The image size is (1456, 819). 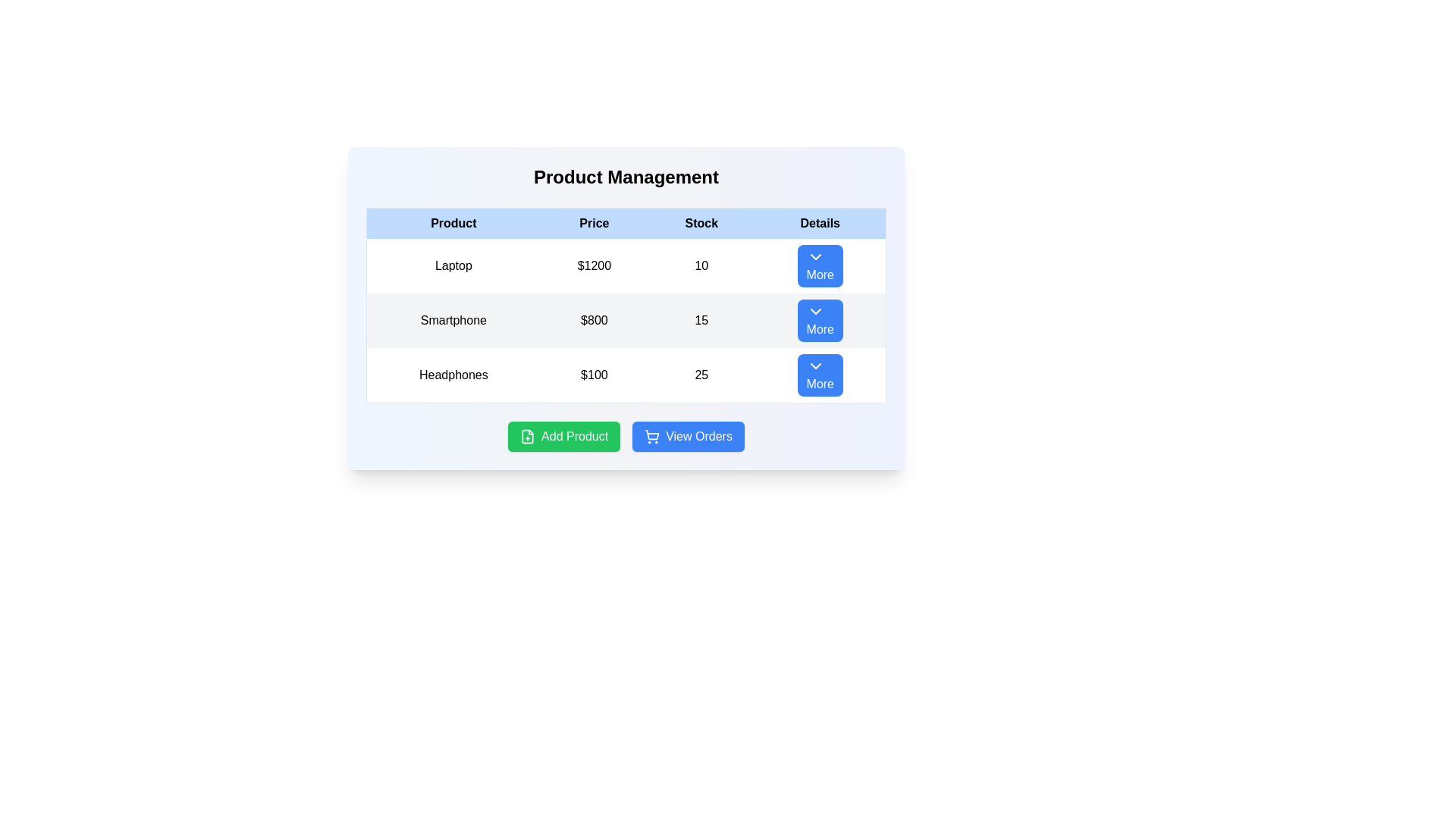 I want to click on the Static Text element displaying 'Smartphone' in the 'Product' column of the second row in the table, so click(x=453, y=320).